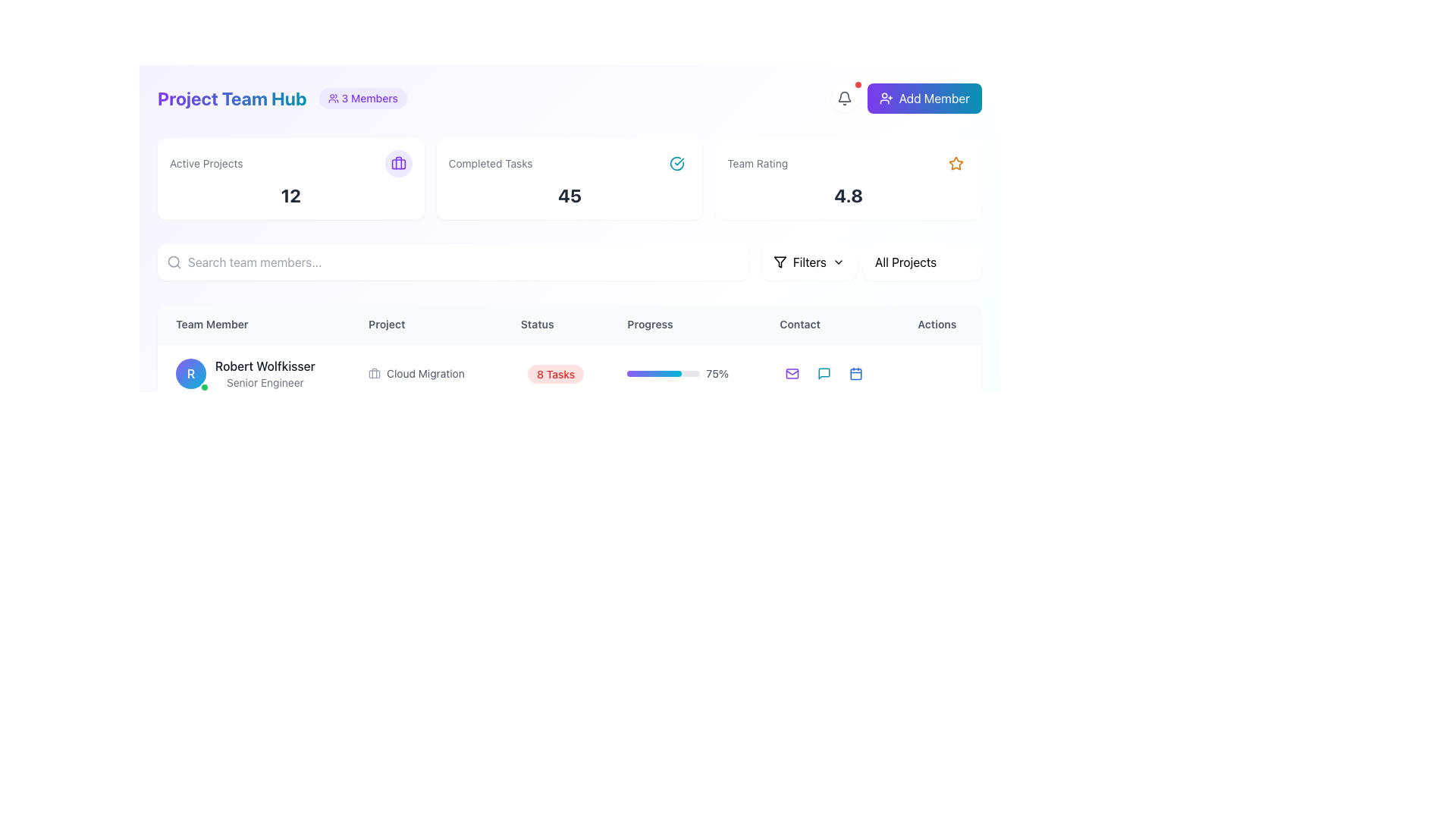  What do you see at coordinates (375, 373) in the screenshot?
I see `the vertical rectangular iconographic element resembling a briefcase, which is light gray in color and part of an SVG graphic` at bounding box center [375, 373].